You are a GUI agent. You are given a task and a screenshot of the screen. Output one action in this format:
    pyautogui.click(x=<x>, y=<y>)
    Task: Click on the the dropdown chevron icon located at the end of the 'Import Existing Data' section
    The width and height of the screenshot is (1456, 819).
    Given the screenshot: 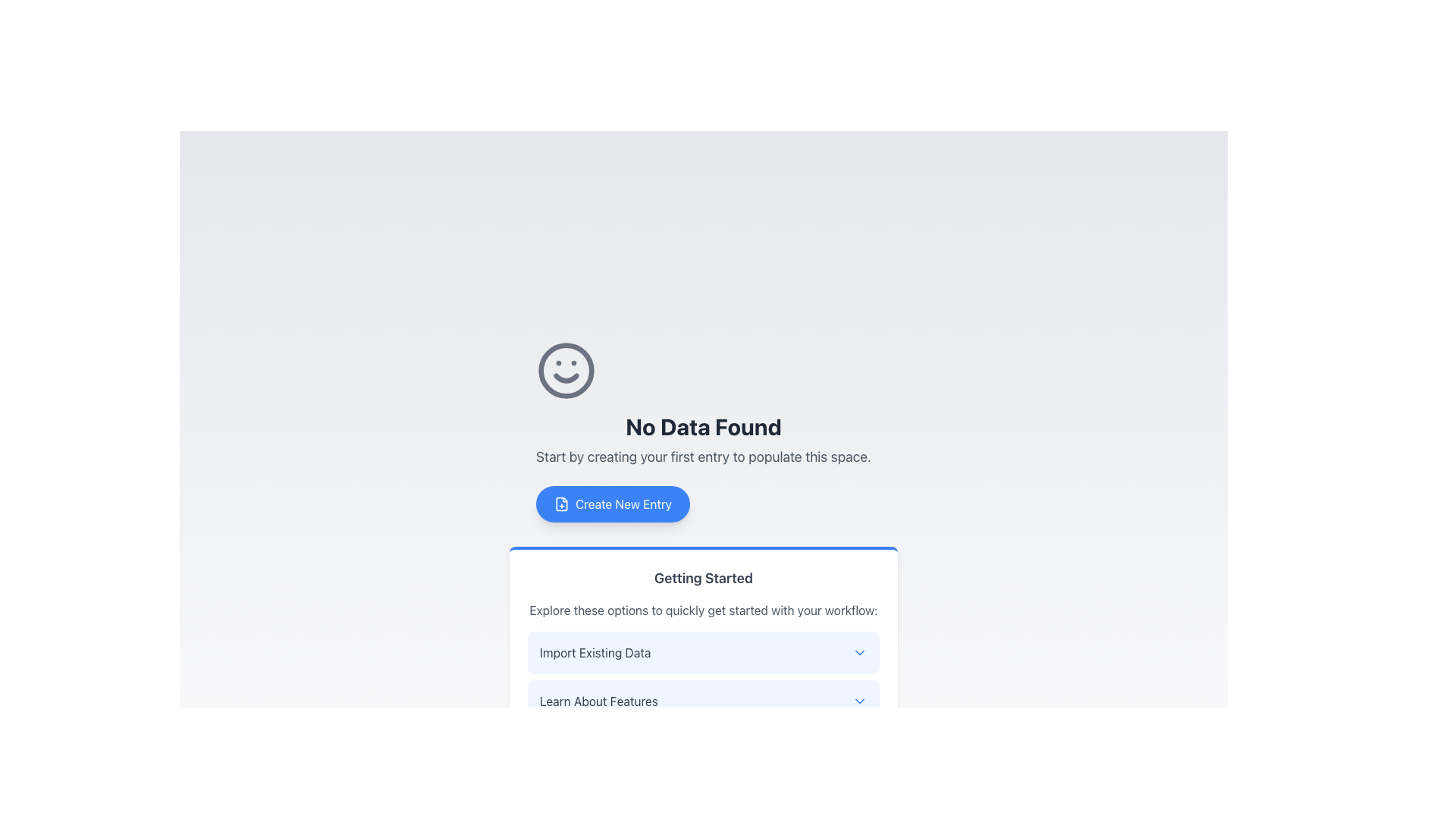 What is the action you would take?
    pyautogui.click(x=859, y=651)
    